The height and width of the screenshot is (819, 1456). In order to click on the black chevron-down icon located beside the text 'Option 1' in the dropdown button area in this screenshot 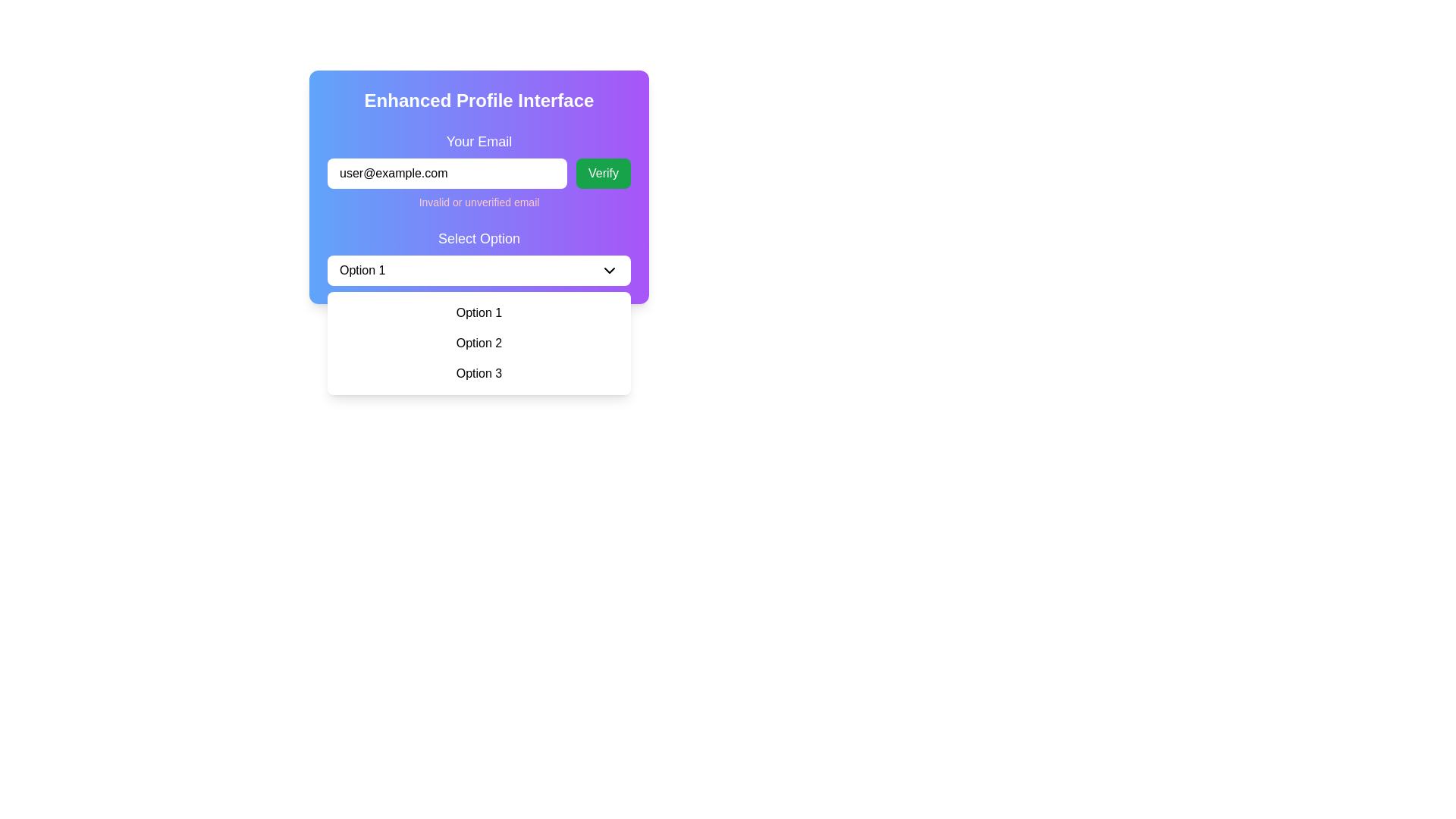, I will do `click(610, 270)`.